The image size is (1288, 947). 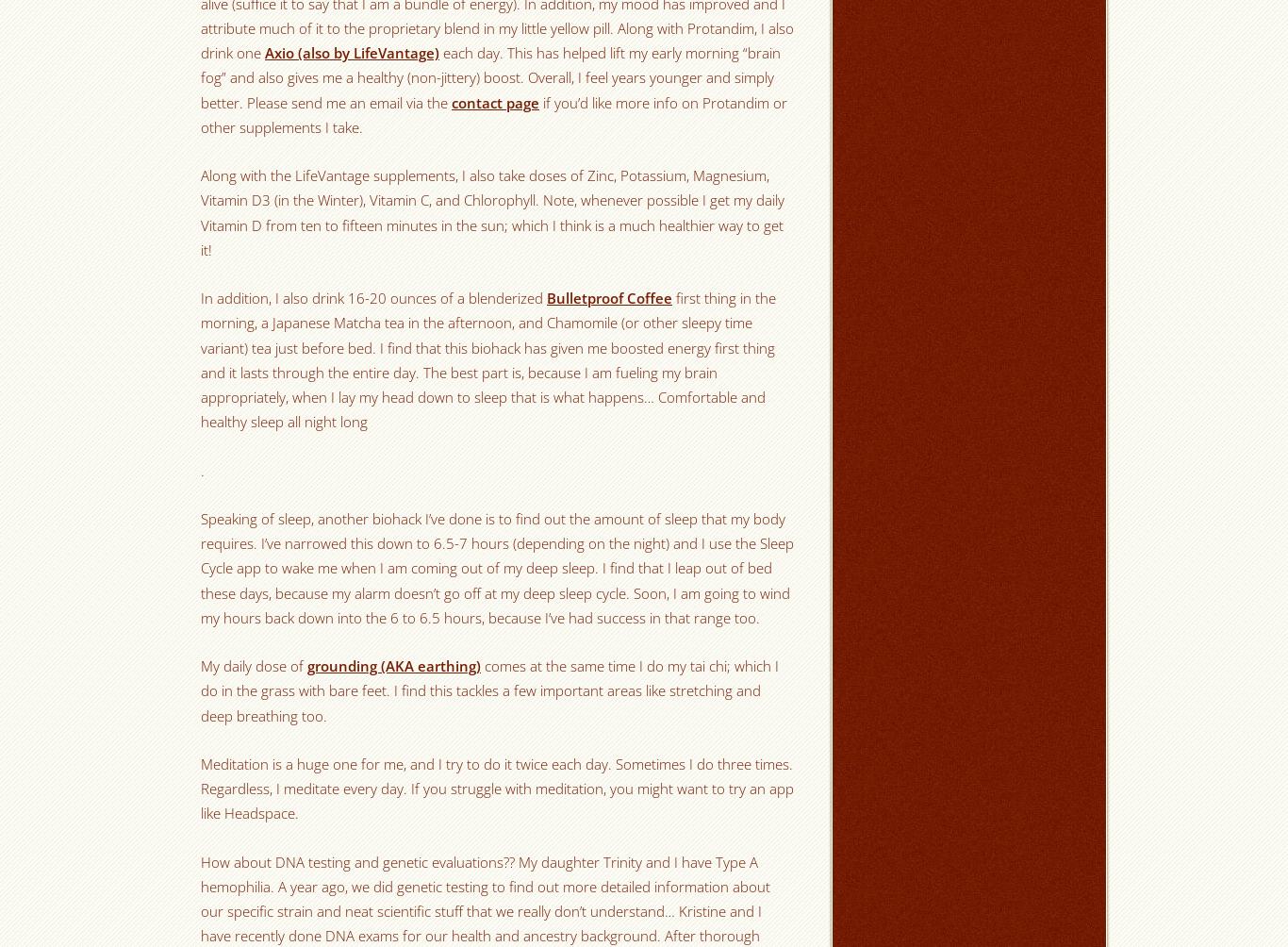 What do you see at coordinates (254, 665) in the screenshot?
I see `'My daily dose of'` at bounding box center [254, 665].